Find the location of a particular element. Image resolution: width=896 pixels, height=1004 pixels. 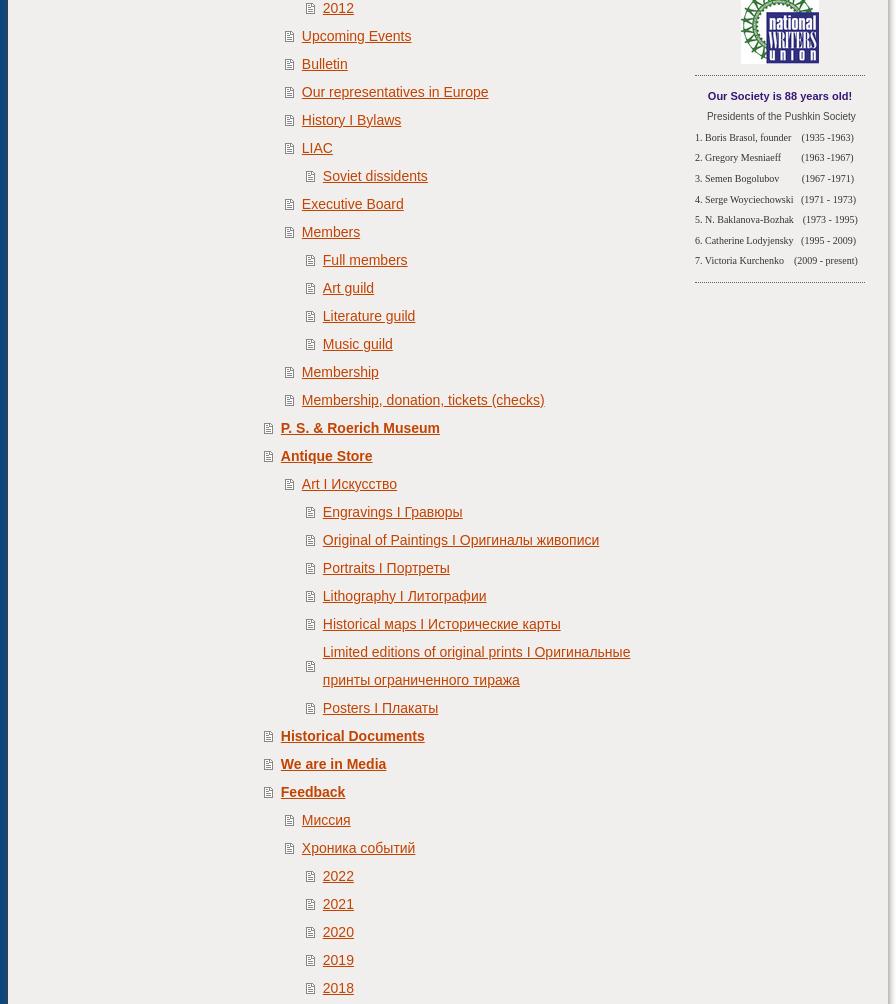

'Historical Documents' is located at coordinates (352, 734).